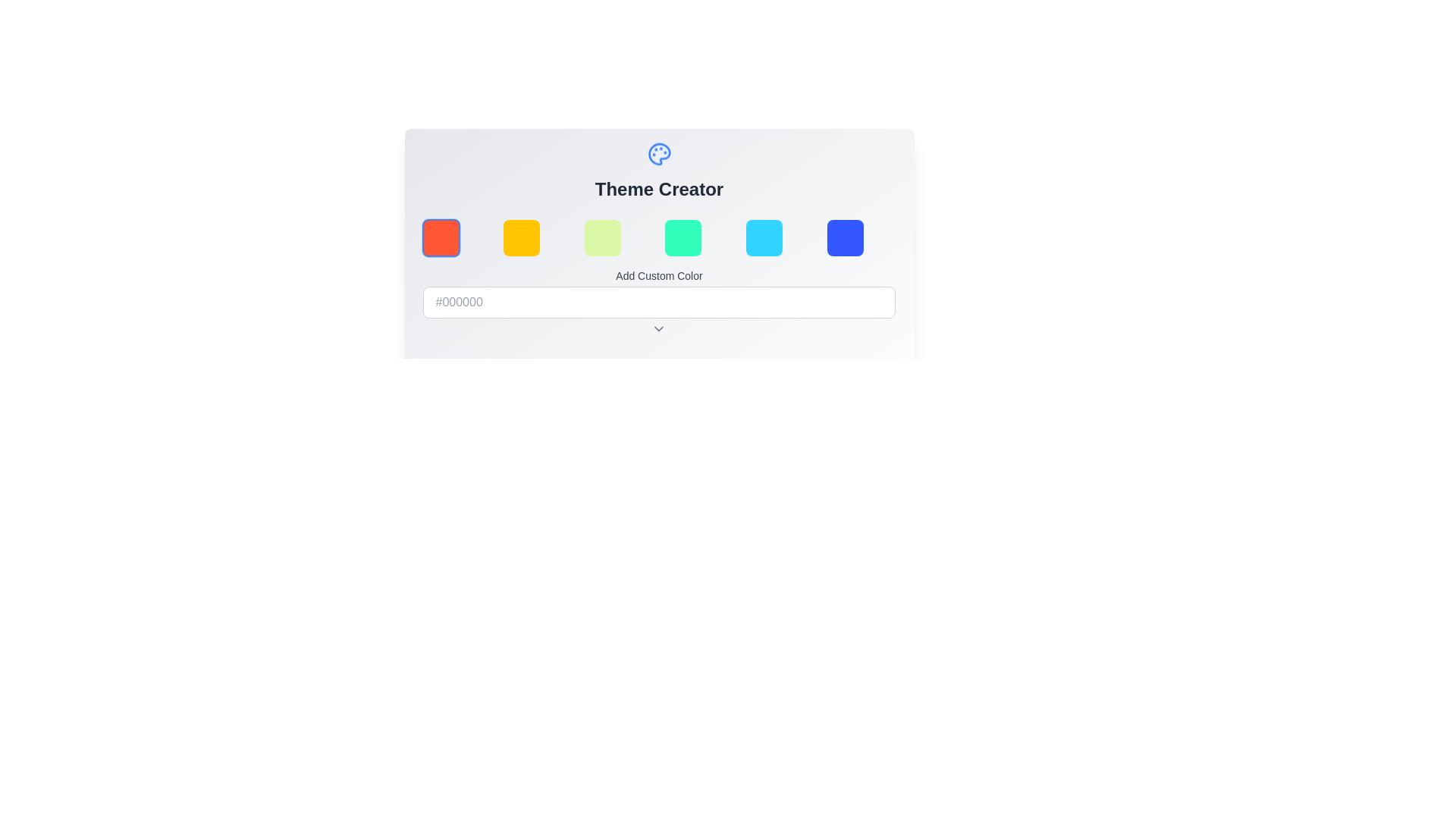  I want to click on the central circular SVG graphic element resembling a palette, which is colored in blue and located prominently above the 'Theme Creator' text, so click(659, 155).